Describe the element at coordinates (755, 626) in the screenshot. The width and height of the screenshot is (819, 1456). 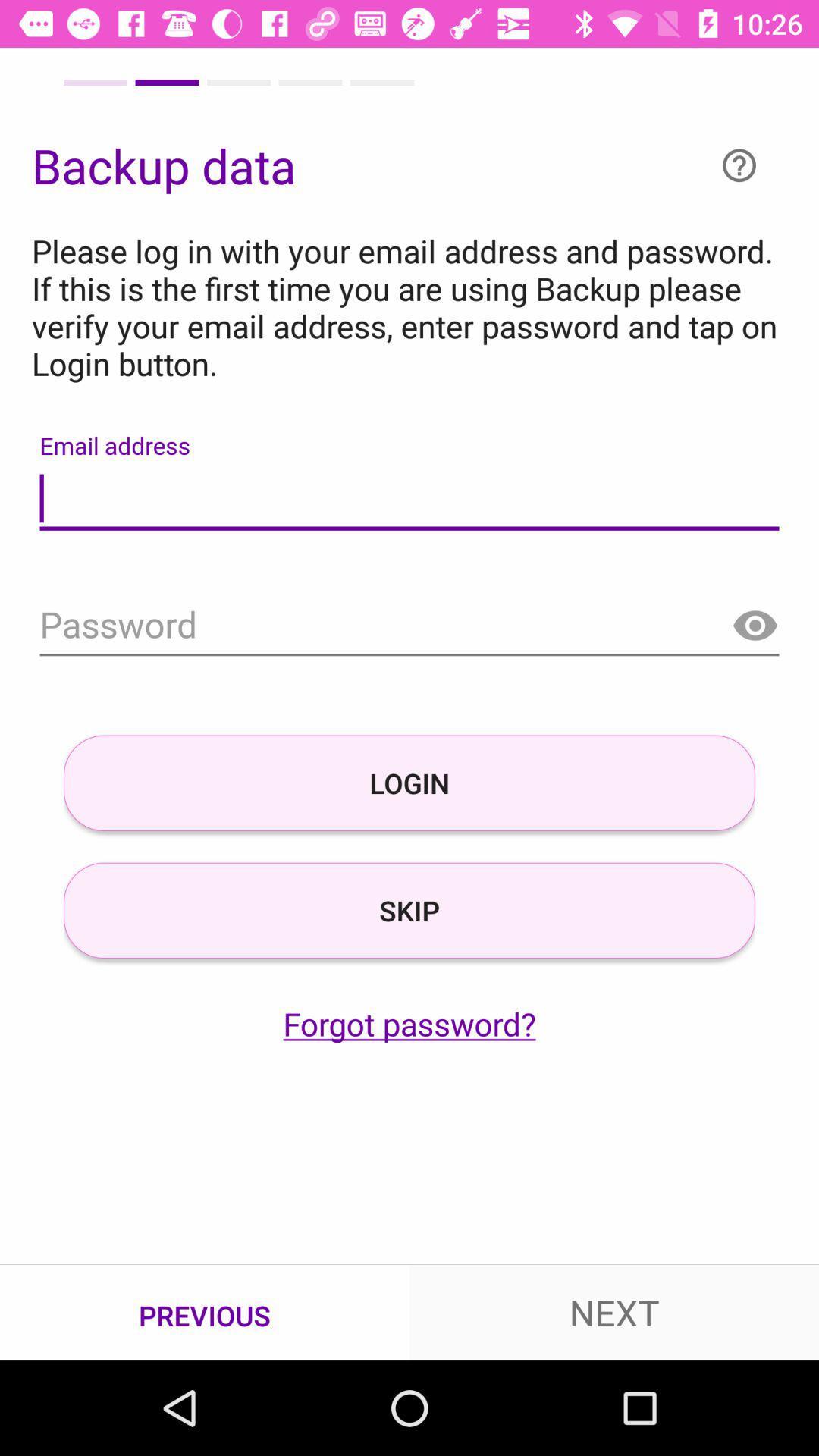
I see `show password` at that location.